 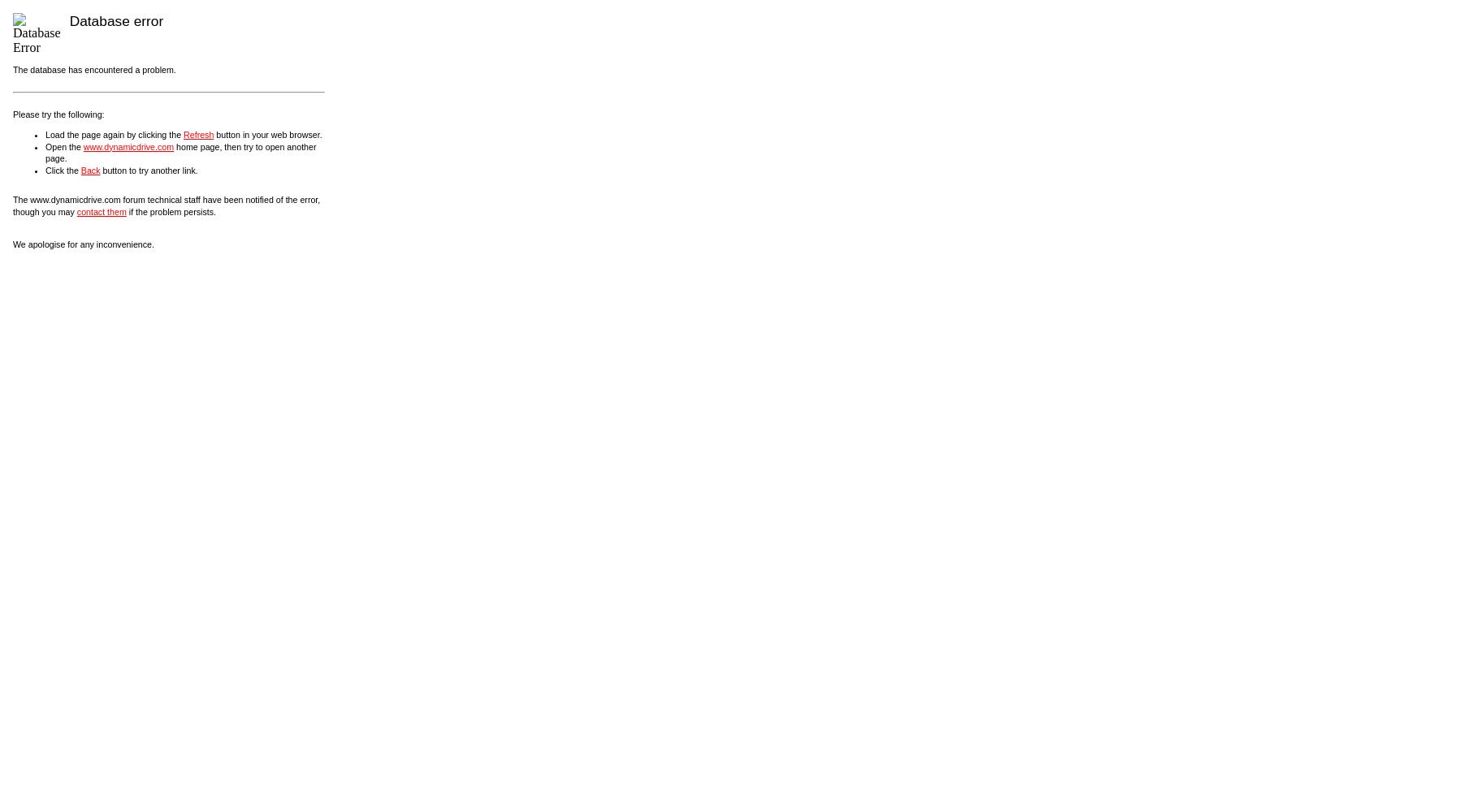 What do you see at coordinates (12, 244) in the screenshot?
I see `'We apologise for any inconvenience.'` at bounding box center [12, 244].